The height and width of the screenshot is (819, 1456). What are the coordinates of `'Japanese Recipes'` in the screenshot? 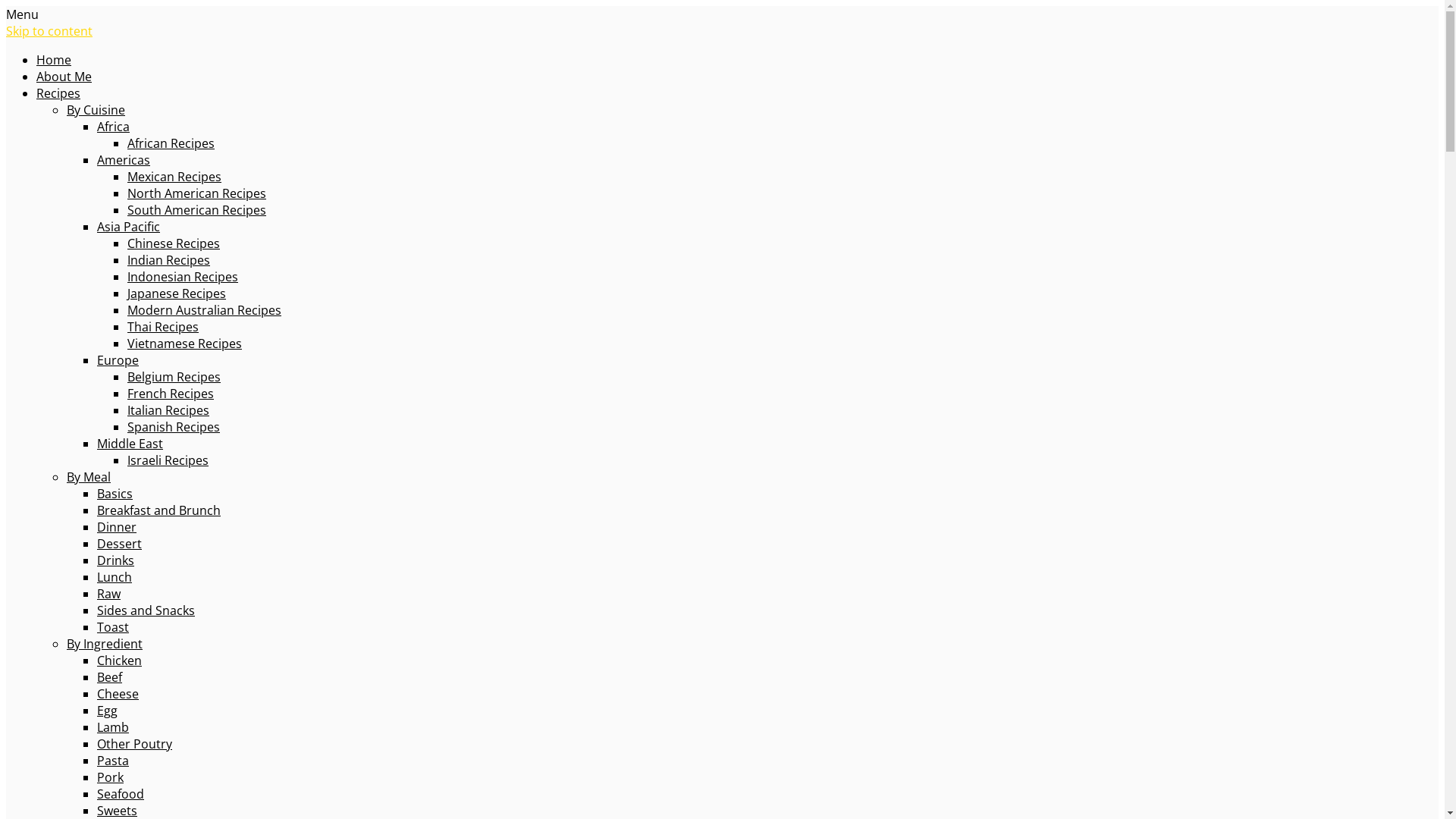 It's located at (127, 293).